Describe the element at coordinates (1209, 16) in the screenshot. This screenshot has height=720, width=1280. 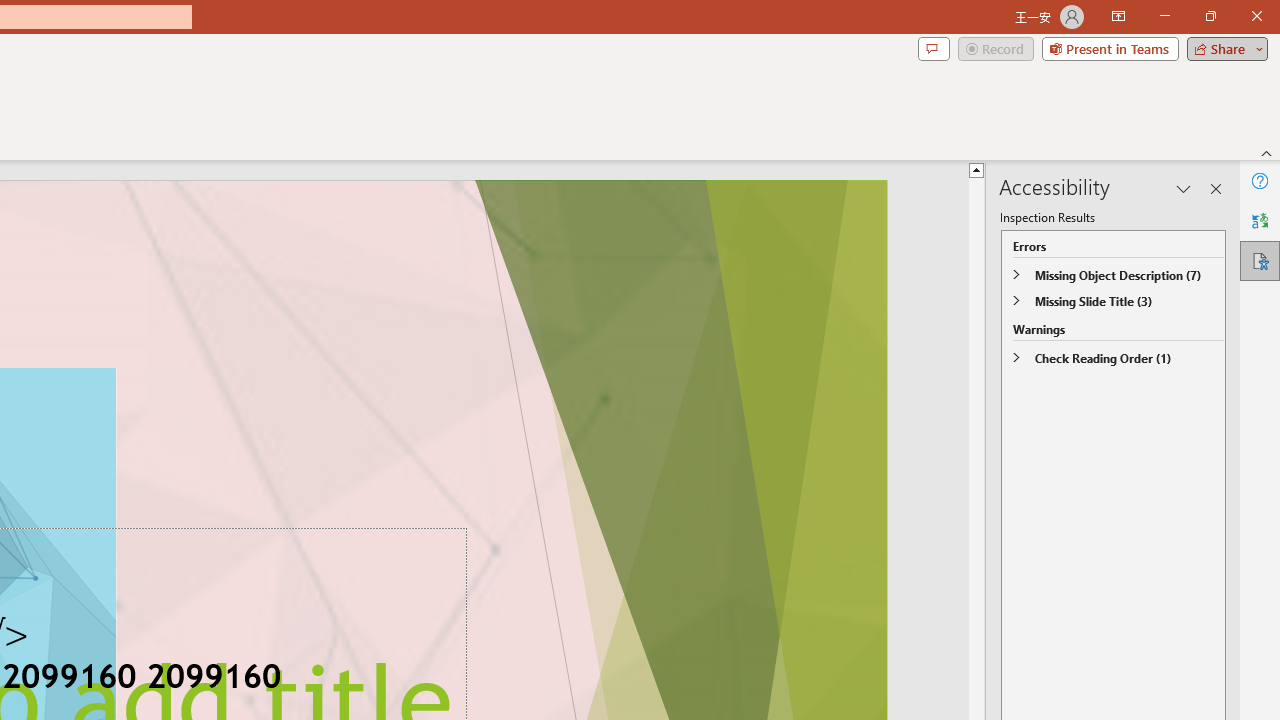
I see `'Restore Down'` at that location.